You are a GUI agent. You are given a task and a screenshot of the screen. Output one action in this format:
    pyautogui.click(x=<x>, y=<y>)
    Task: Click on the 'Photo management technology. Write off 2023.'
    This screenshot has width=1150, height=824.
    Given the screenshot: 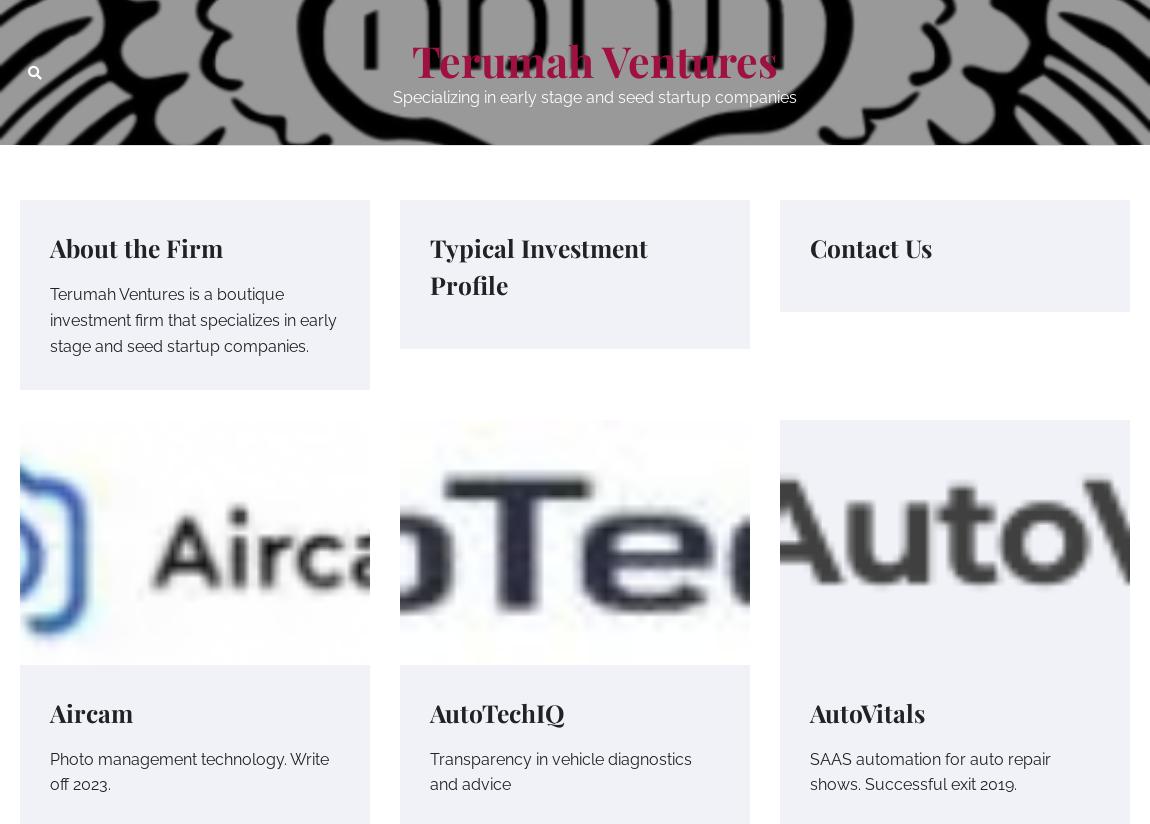 What is the action you would take?
    pyautogui.click(x=49, y=770)
    